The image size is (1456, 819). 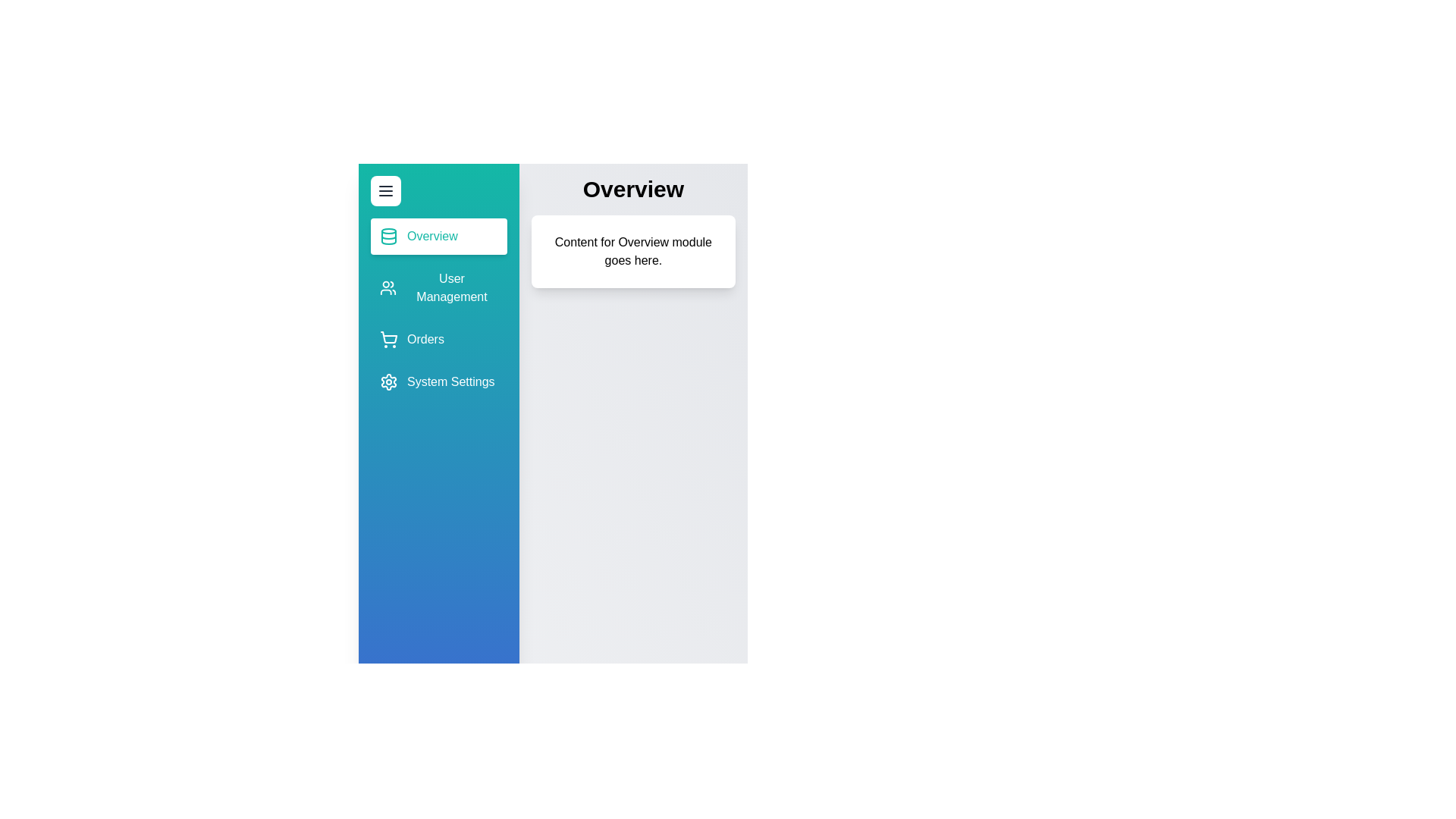 What do you see at coordinates (438, 288) in the screenshot?
I see `the module User Management from the sidebar` at bounding box center [438, 288].